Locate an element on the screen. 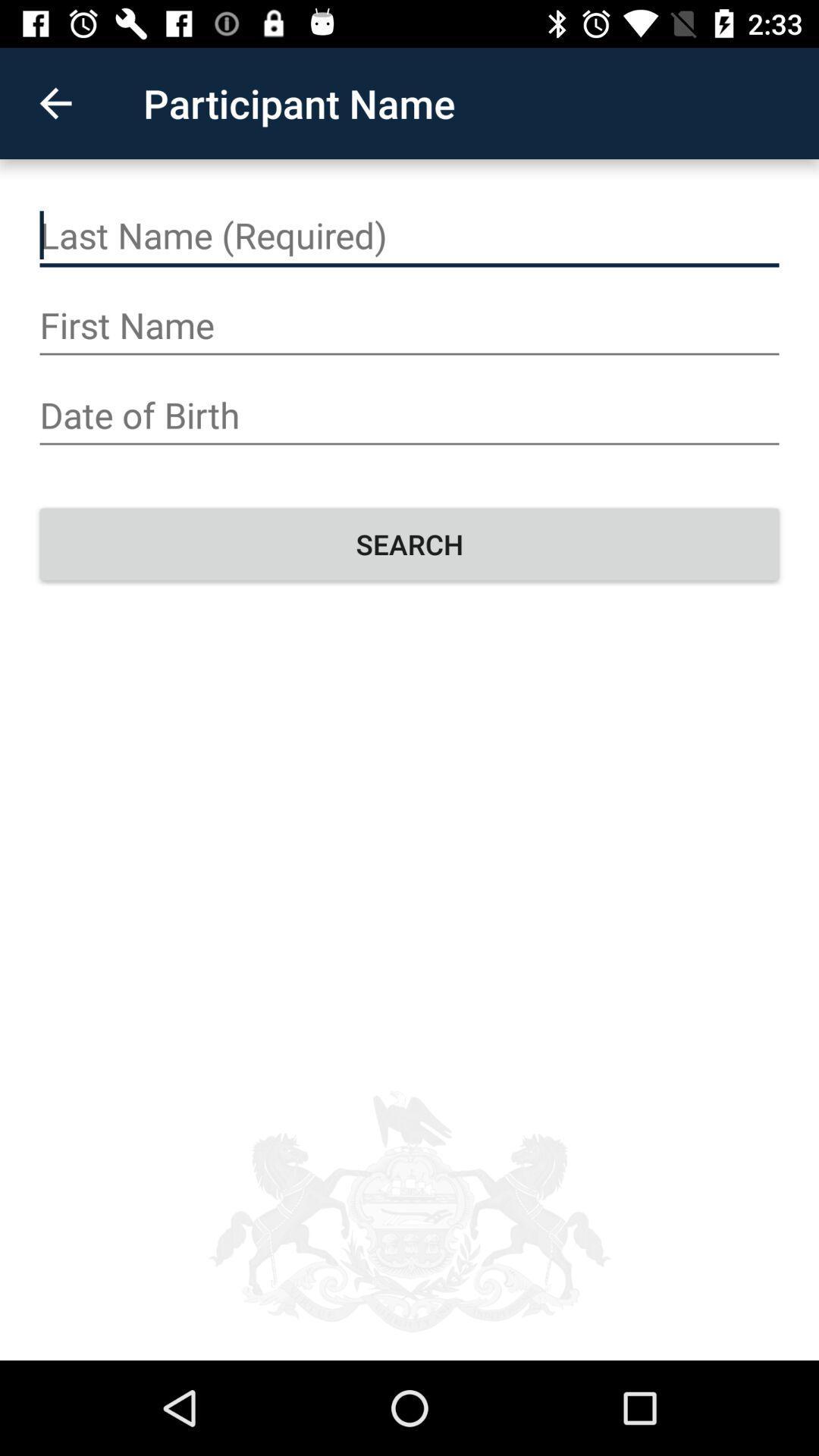  the icon next to participant name icon is located at coordinates (55, 102).